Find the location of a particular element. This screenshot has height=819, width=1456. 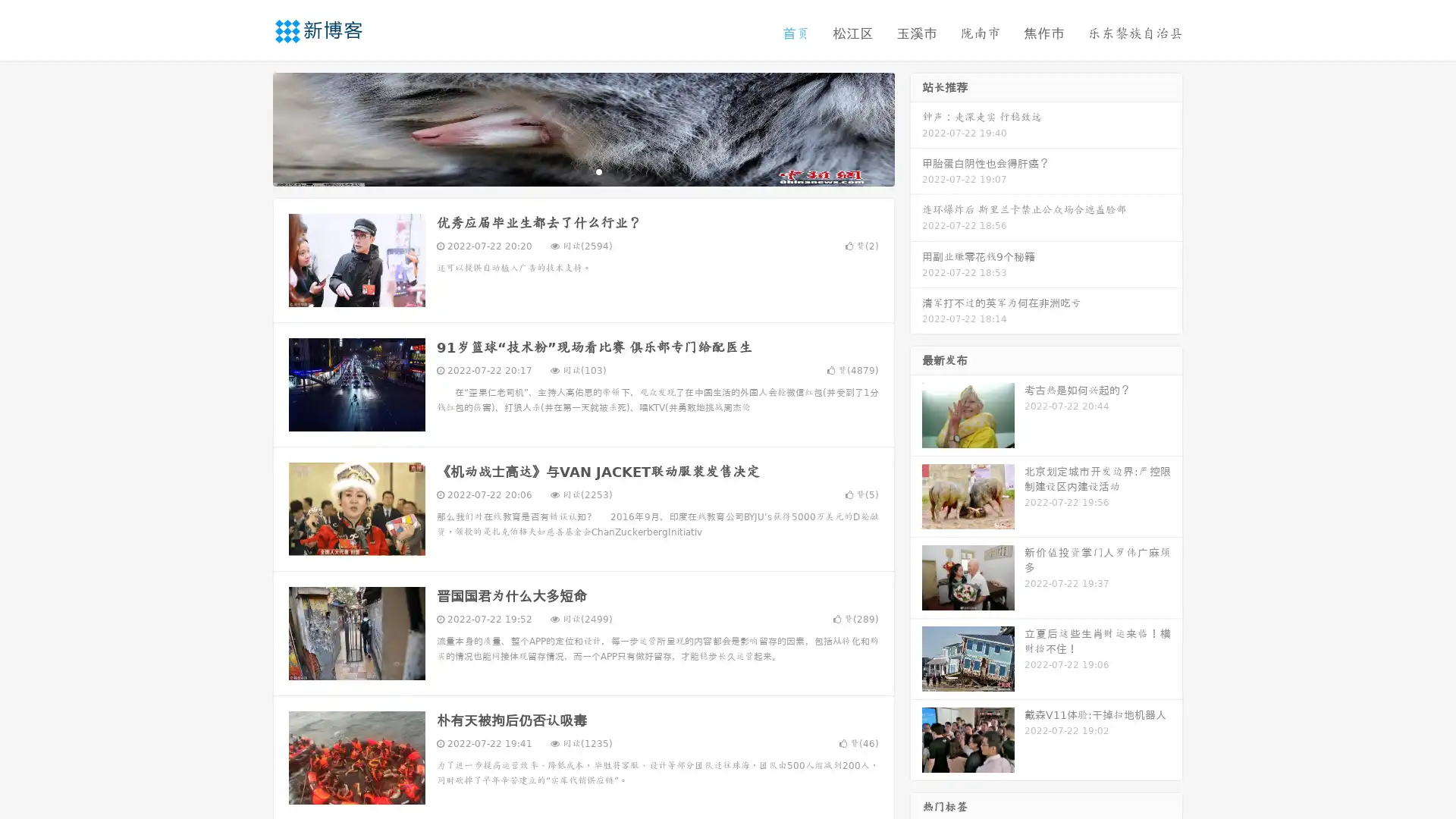

Go to slide 2 is located at coordinates (582, 171).